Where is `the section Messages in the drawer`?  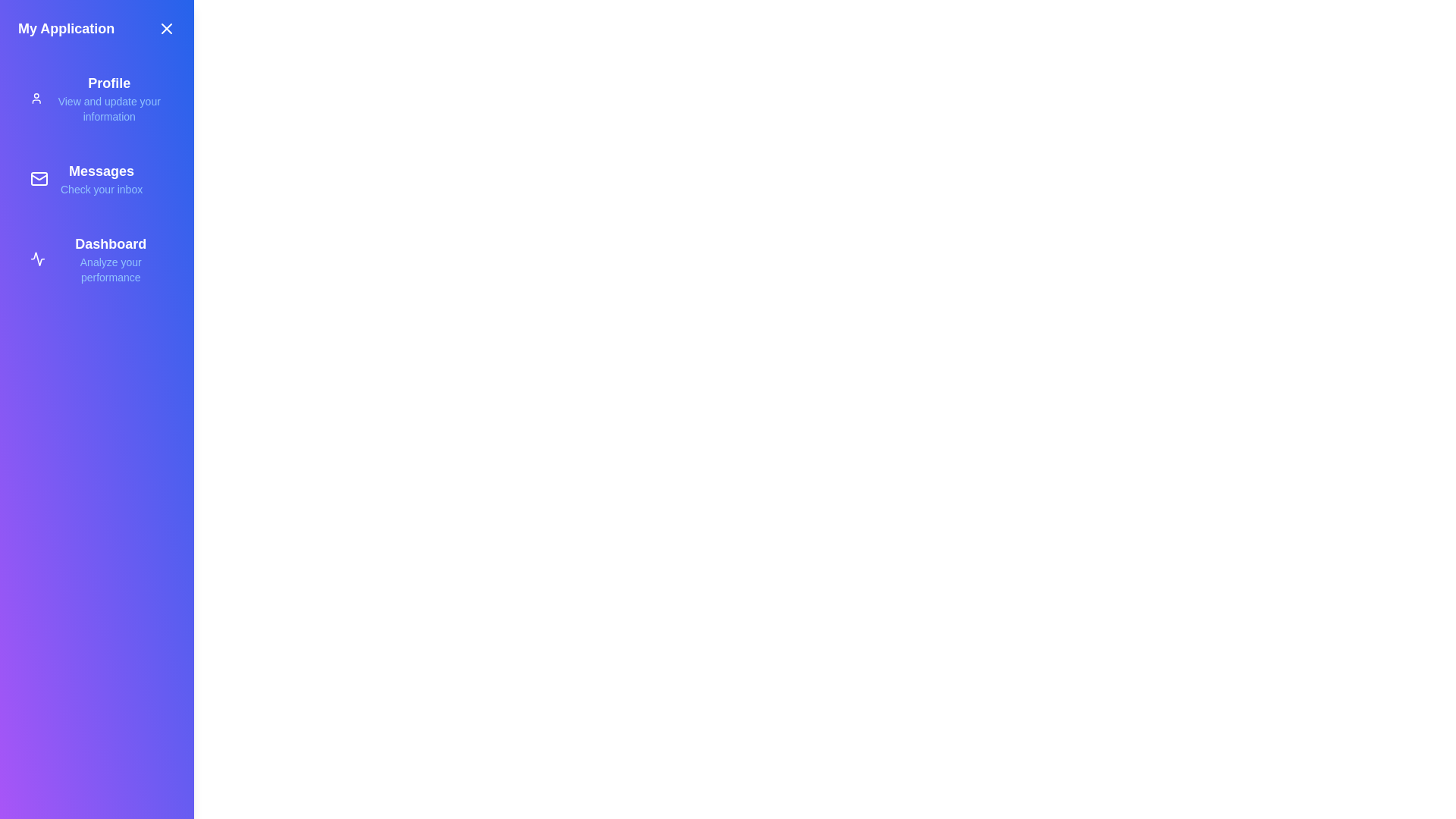
the section Messages in the drawer is located at coordinates (96, 177).